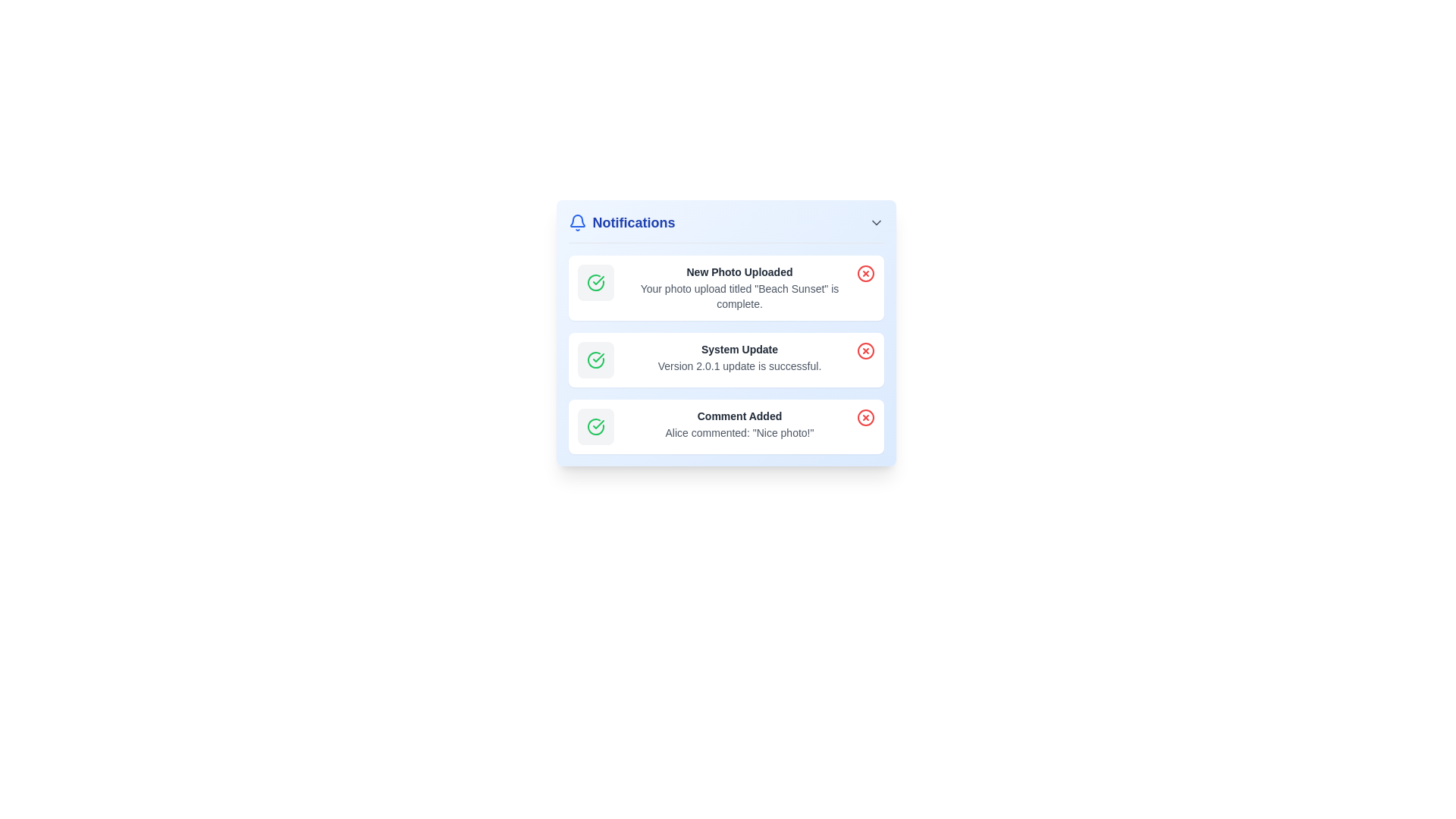 This screenshot has width=1456, height=819. What do you see at coordinates (865, 274) in the screenshot?
I see `the close button located at the top-right corner of the 'New Photo Uploaded' notification card` at bounding box center [865, 274].